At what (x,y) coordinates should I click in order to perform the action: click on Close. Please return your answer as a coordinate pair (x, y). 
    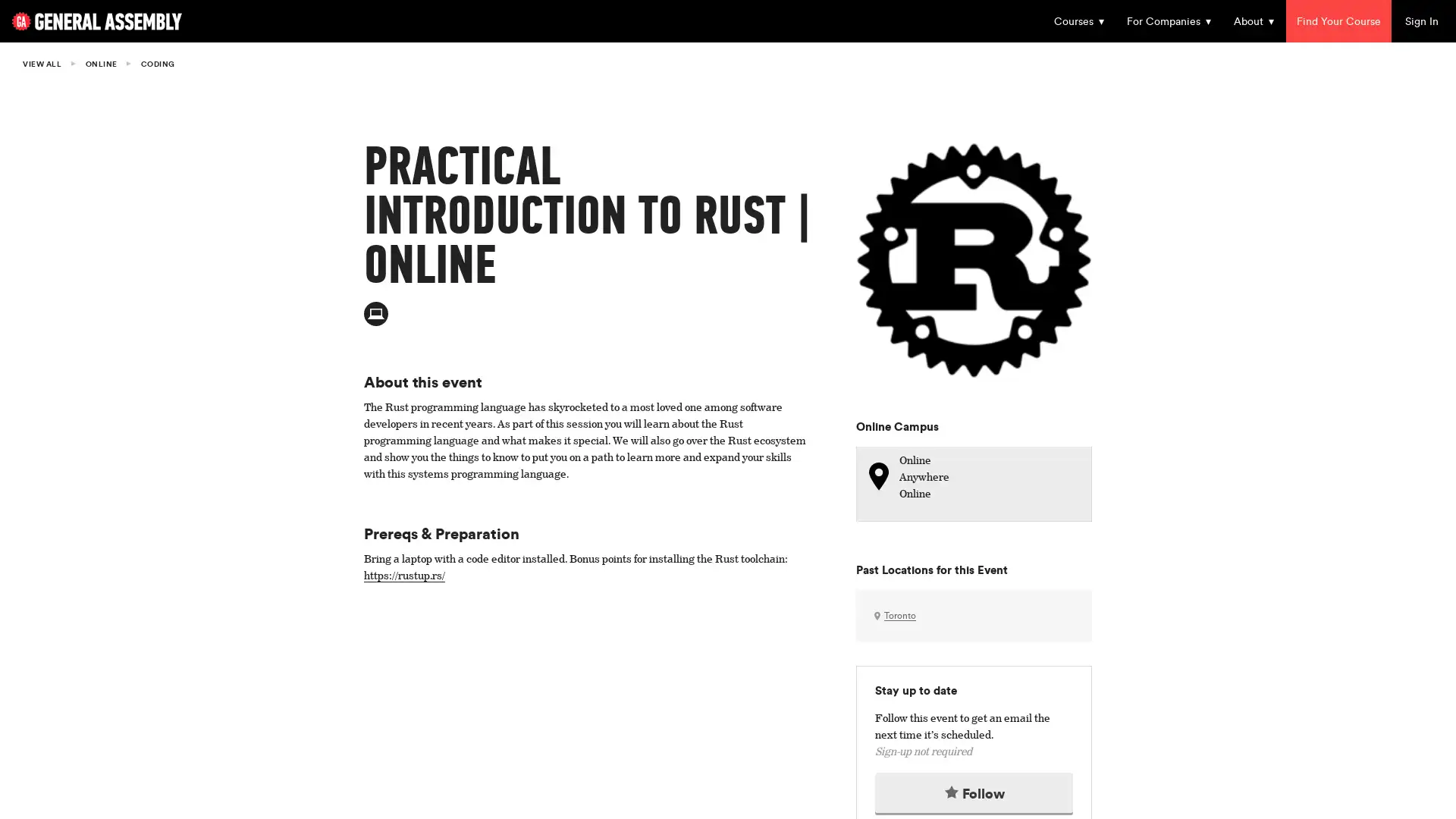
    Looking at the image, I should click on (1015, 90).